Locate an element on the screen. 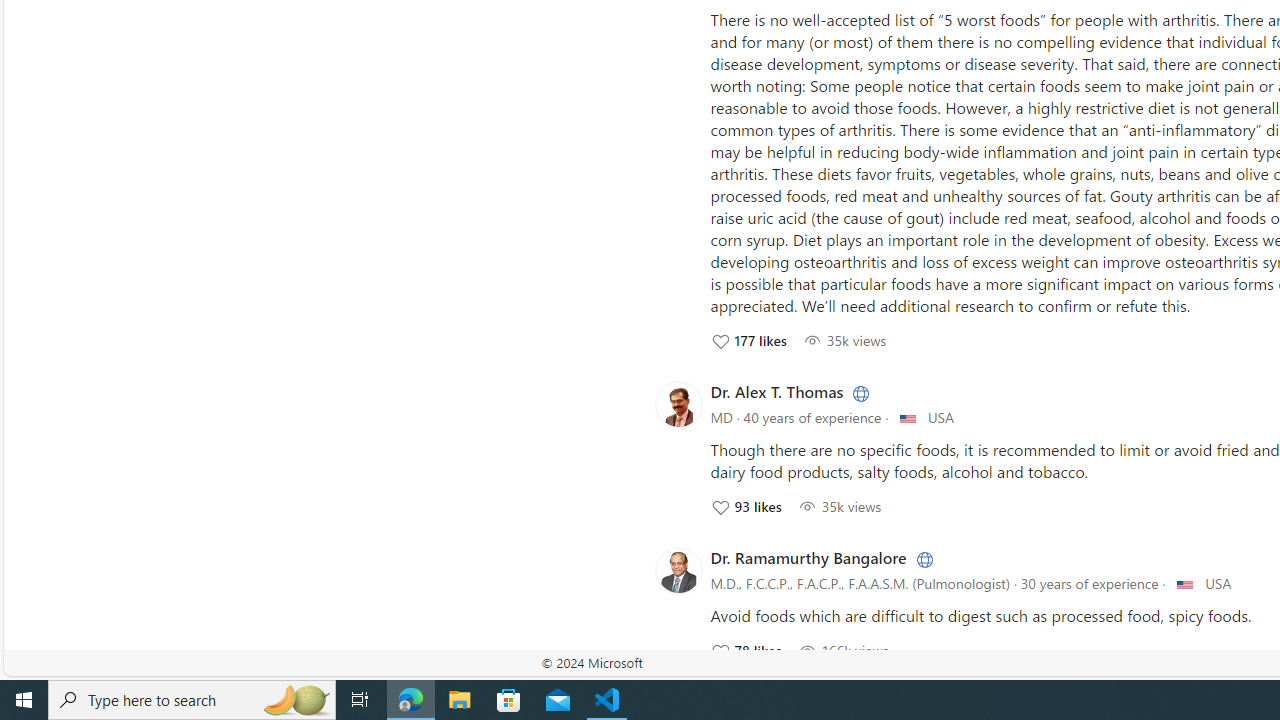 The height and width of the screenshot is (720, 1280). 'doctorIconRound' is located at coordinates (678, 570).